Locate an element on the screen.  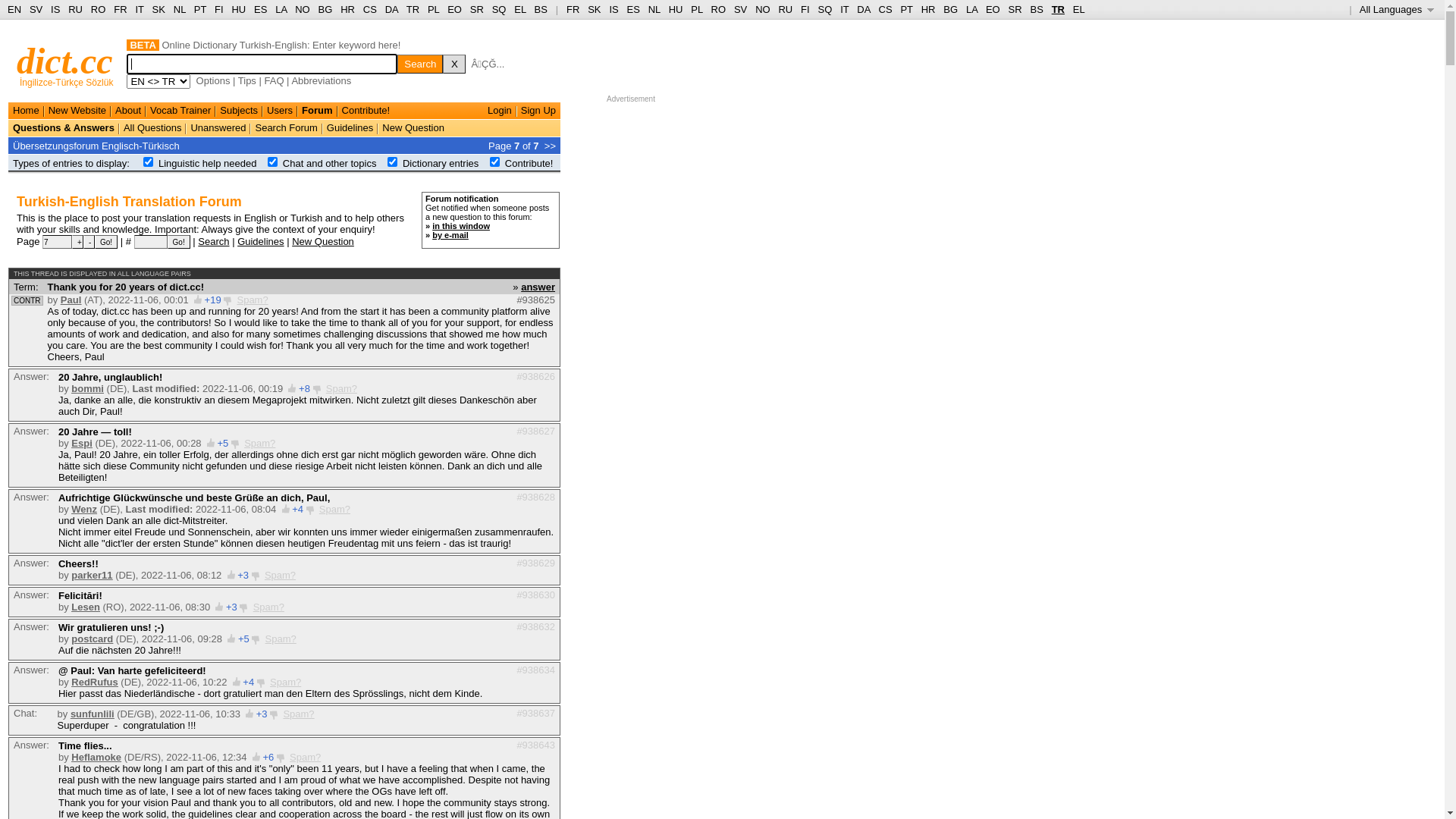
'HR' is located at coordinates (347, 9).